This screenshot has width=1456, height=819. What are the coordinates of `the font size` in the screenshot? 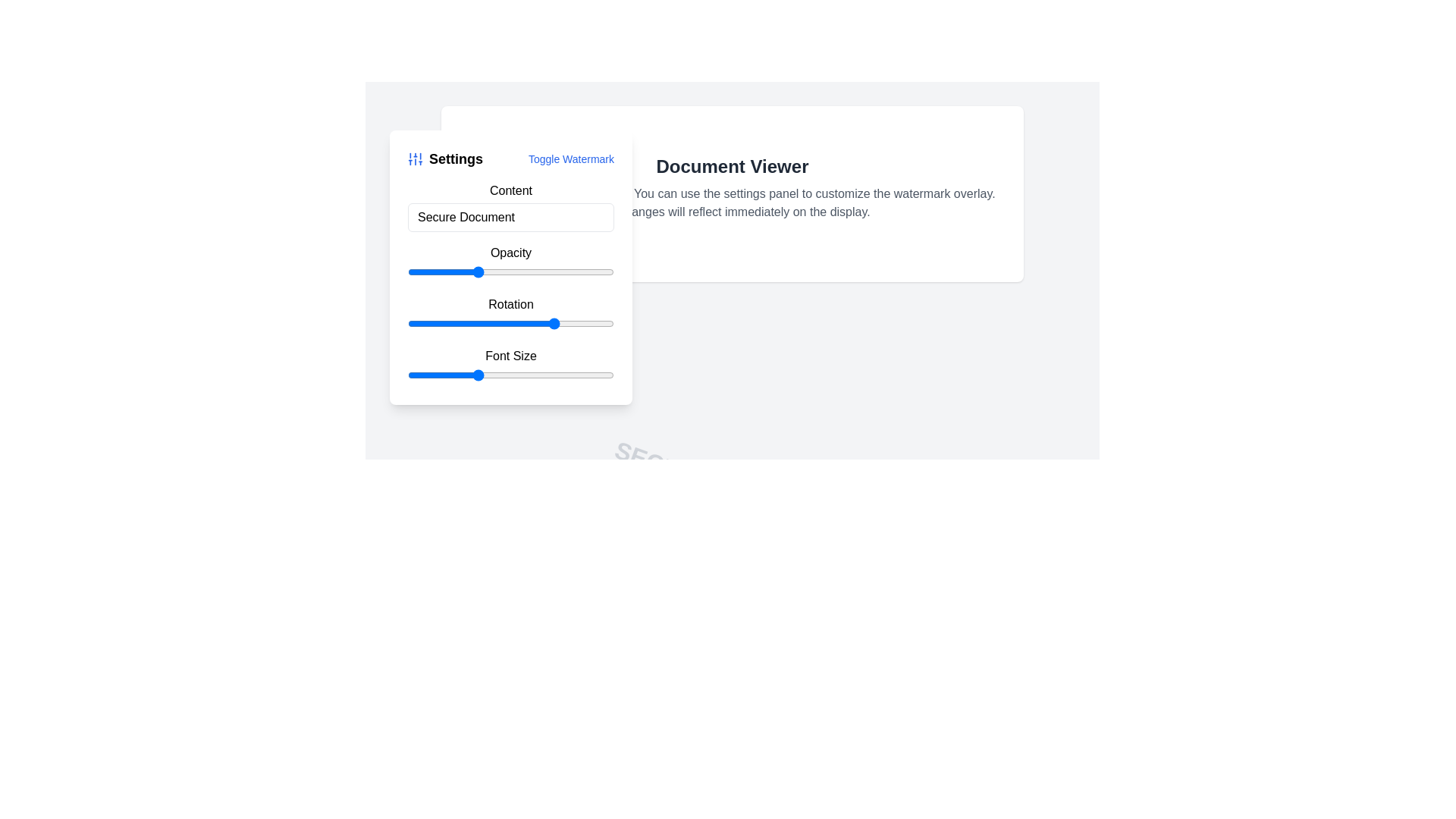 It's located at (489, 375).